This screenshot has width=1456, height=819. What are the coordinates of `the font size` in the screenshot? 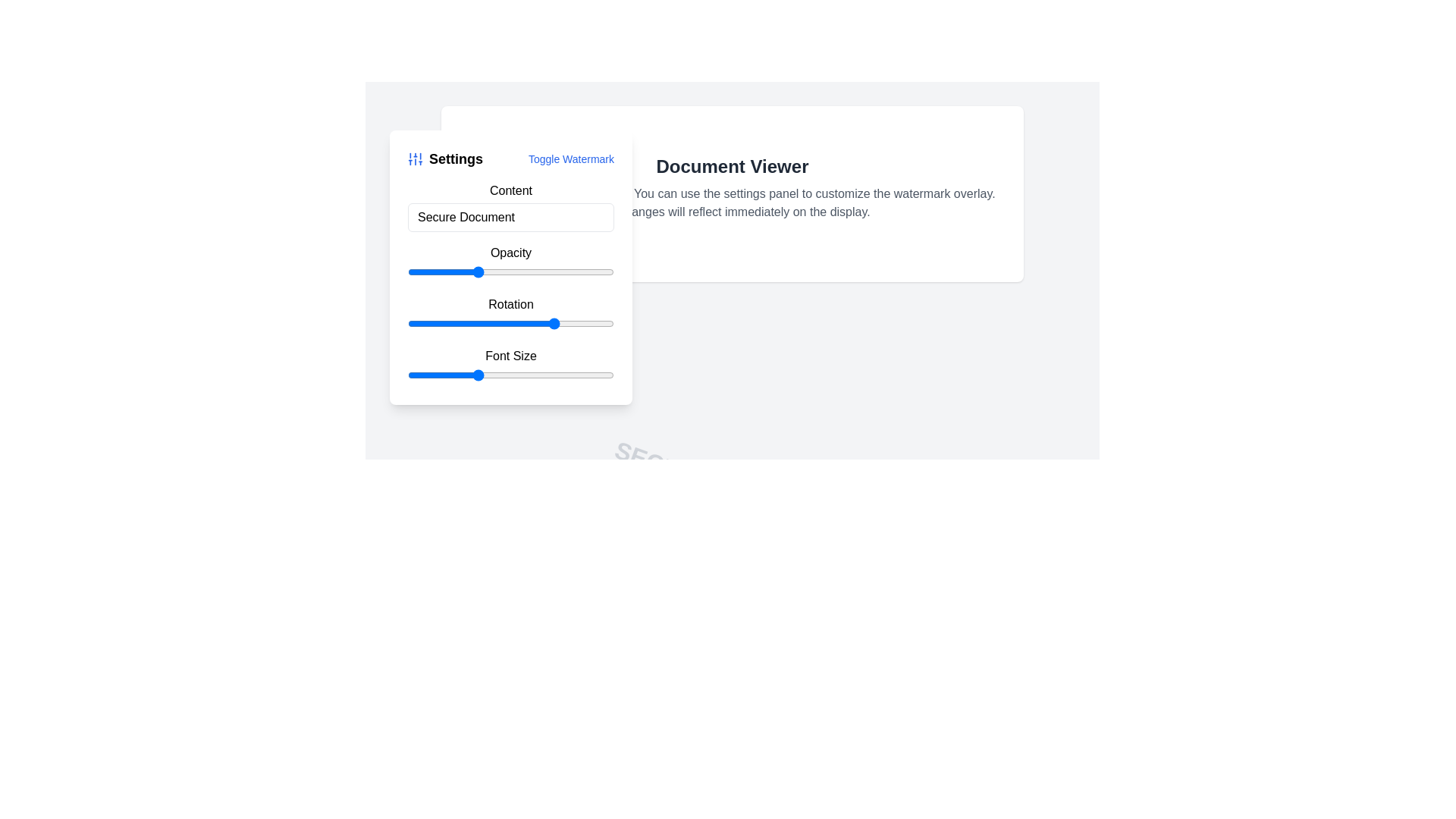 It's located at (489, 375).